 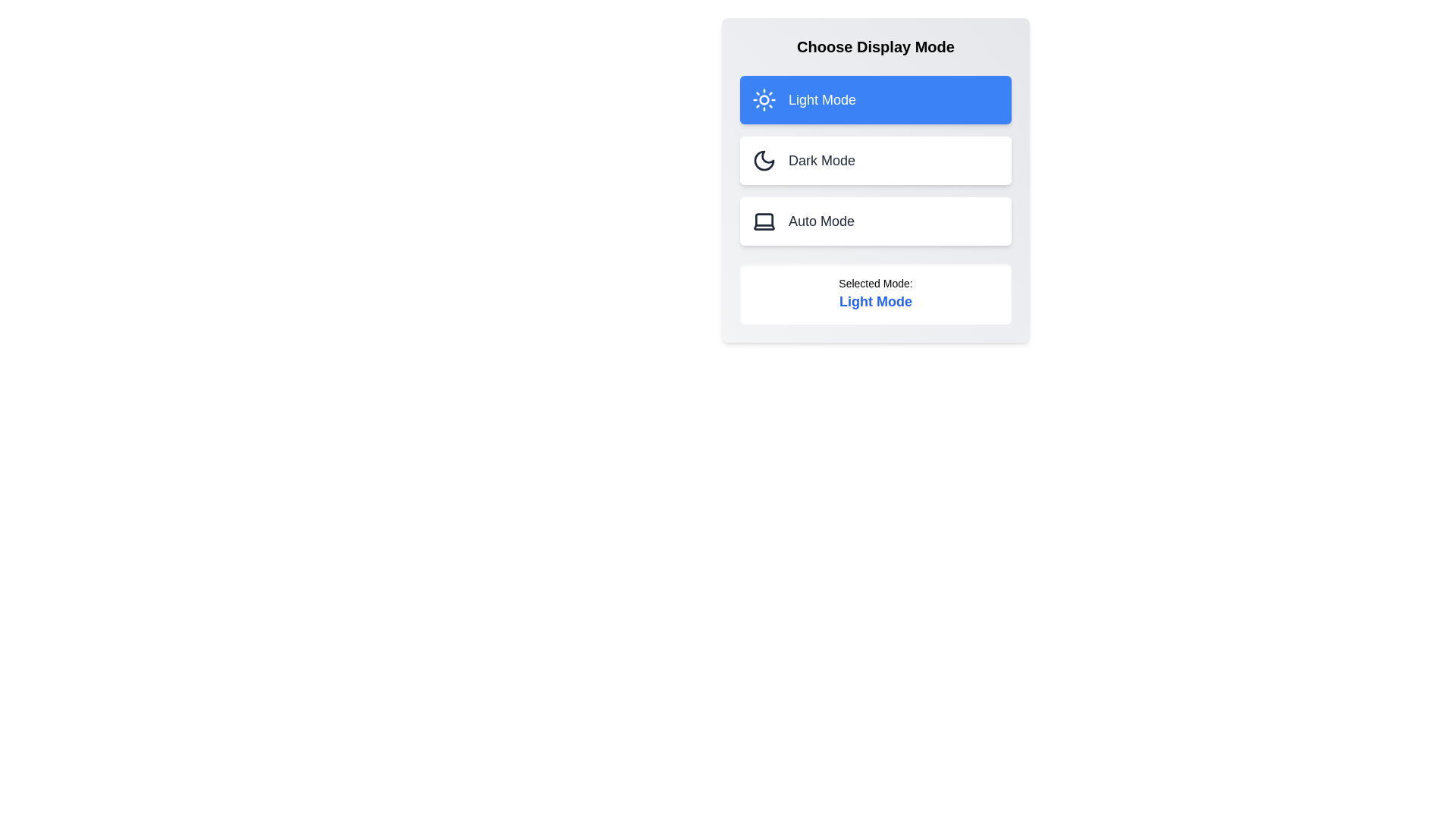 What do you see at coordinates (876, 99) in the screenshot?
I see `the button corresponding to Light Mode to select the desired display mode` at bounding box center [876, 99].